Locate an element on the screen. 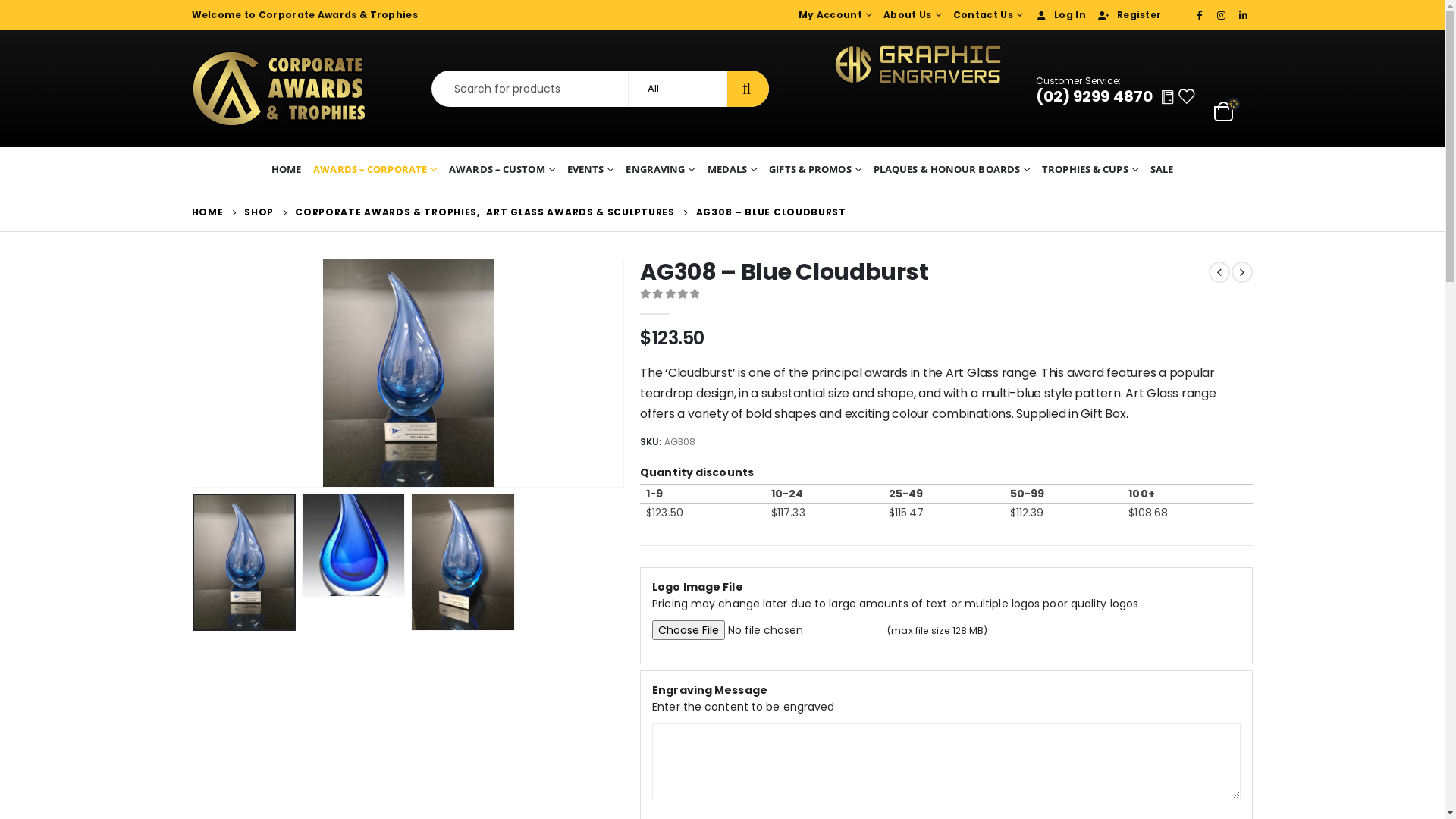  'Instagram' is located at coordinates (1222, 14).